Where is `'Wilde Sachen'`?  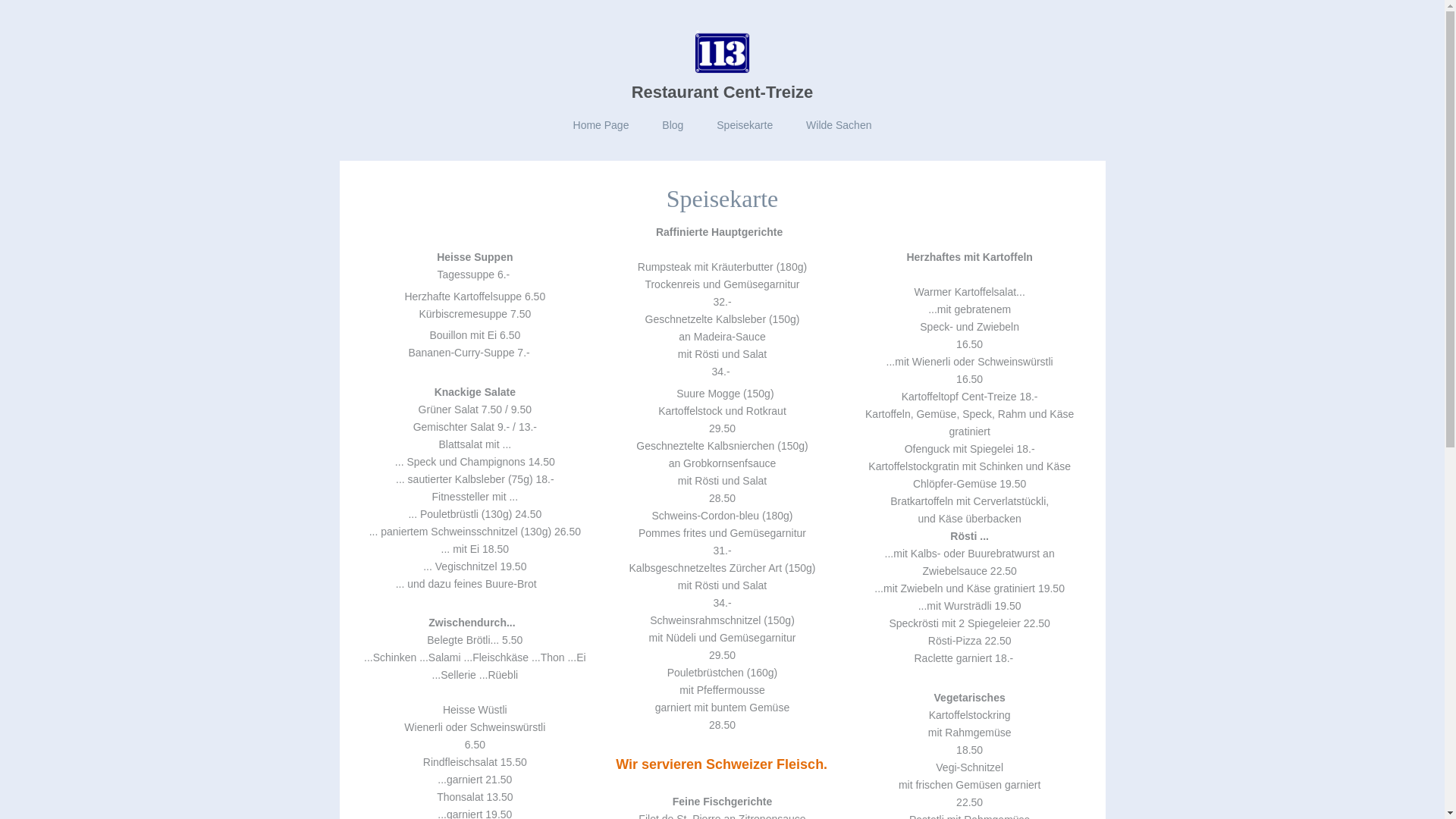 'Wilde Sachen' is located at coordinates (837, 124).